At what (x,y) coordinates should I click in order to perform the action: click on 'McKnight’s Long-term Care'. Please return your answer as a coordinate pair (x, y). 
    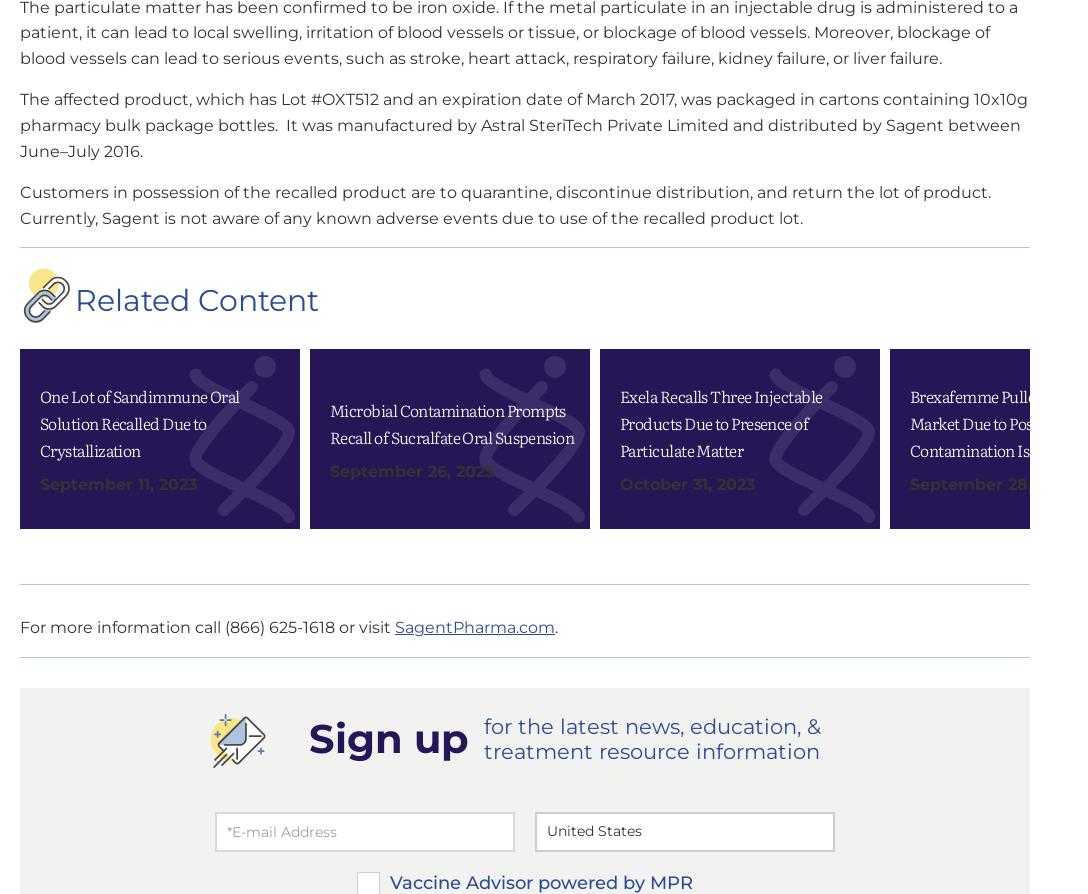
    Looking at the image, I should click on (819, 339).